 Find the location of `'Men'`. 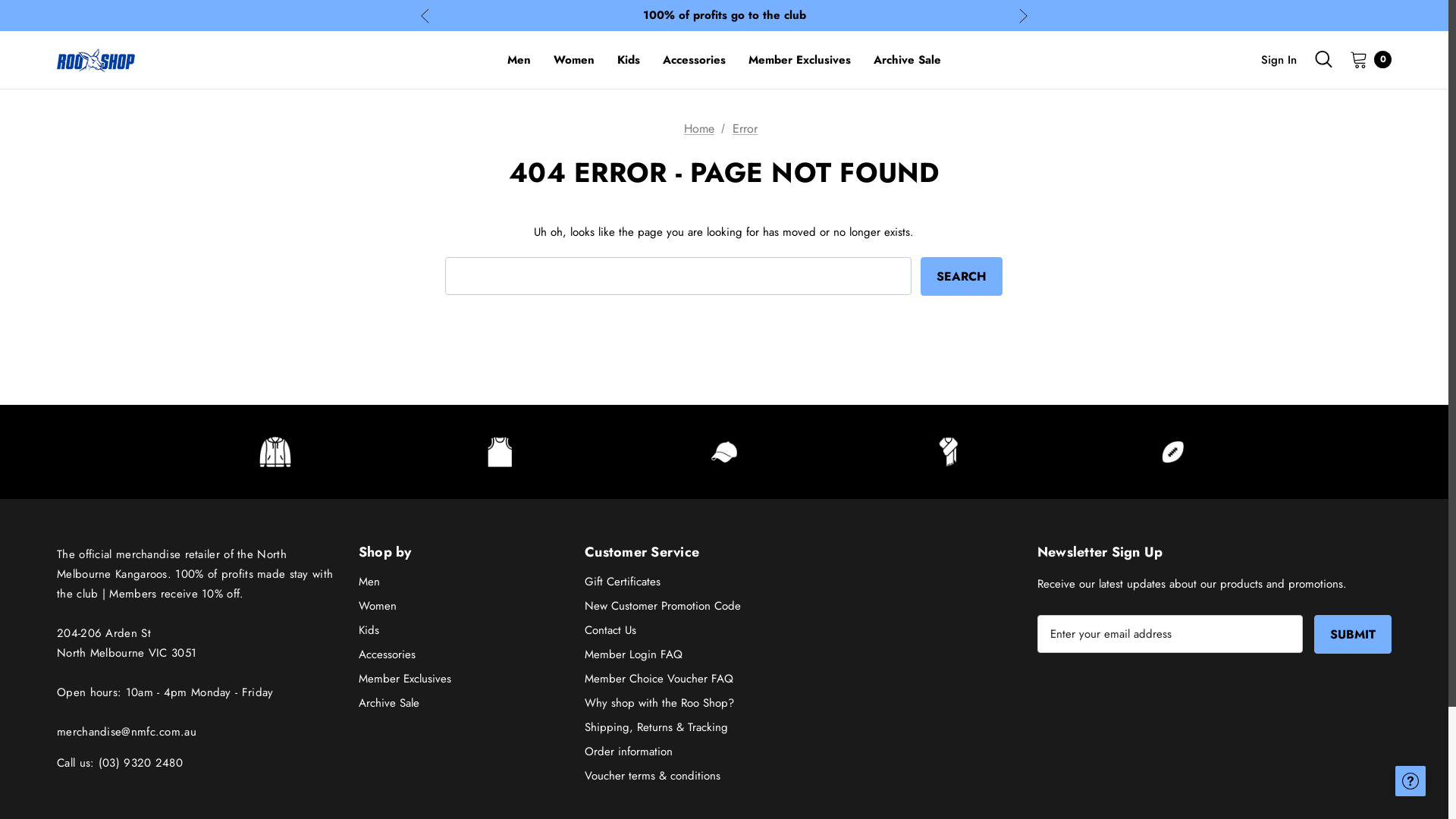

'Men' is located at coordinates (519, 58).